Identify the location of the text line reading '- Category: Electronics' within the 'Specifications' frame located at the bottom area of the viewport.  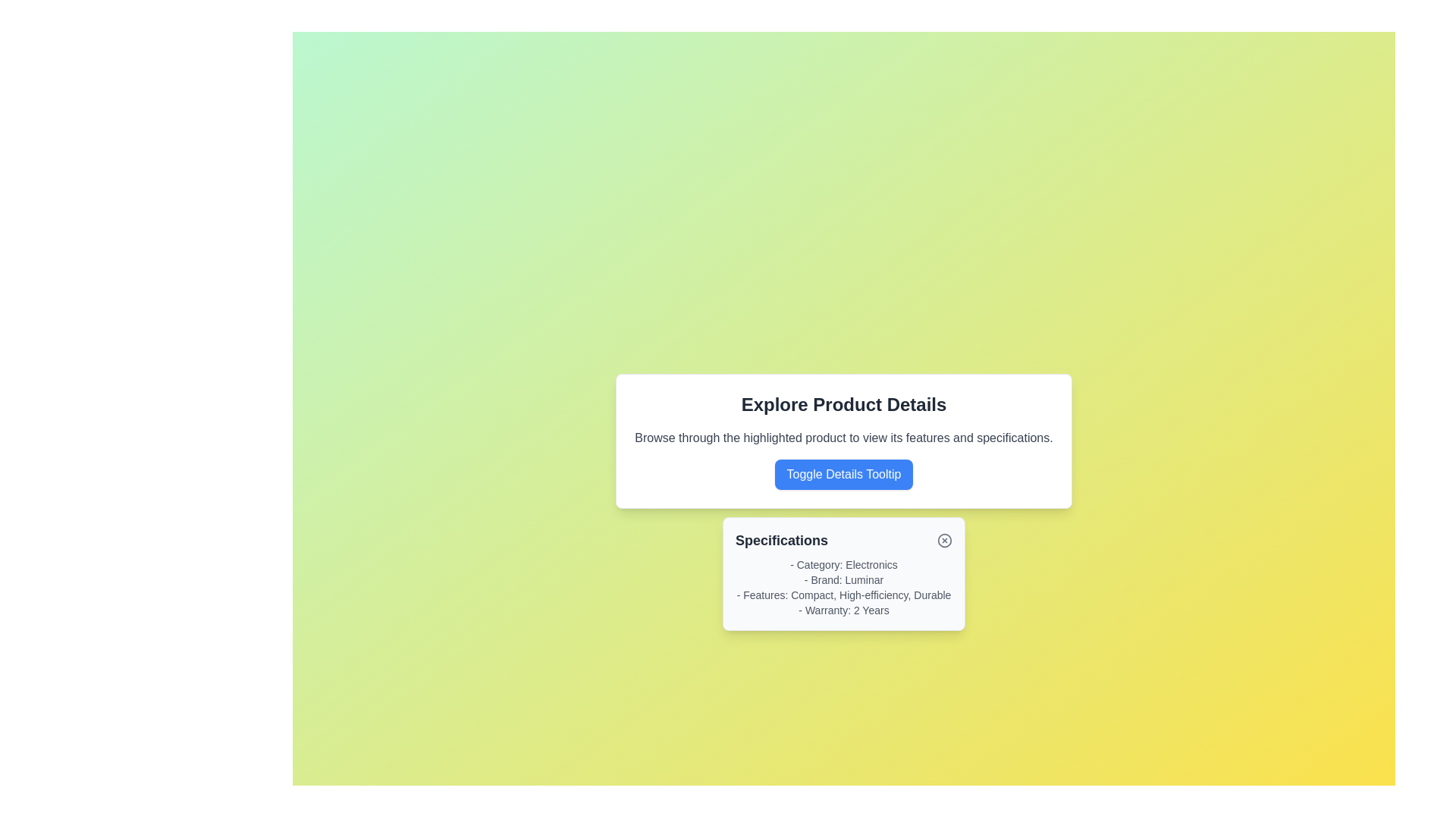
(843, 564).